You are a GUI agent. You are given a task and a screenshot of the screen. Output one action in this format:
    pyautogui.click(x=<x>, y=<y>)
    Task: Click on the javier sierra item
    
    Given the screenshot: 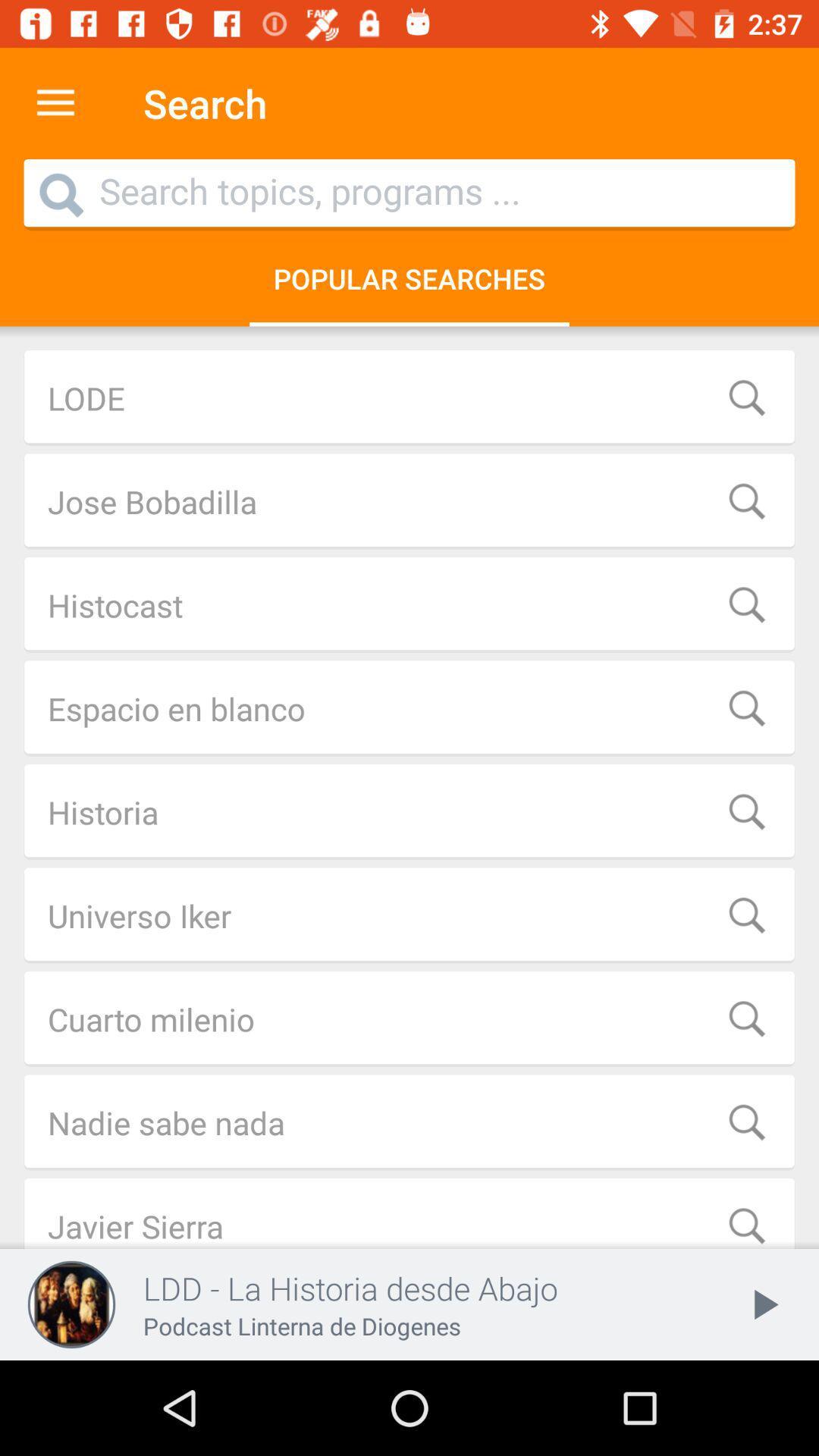 What is the action you would take?
    pyautogui.click(x=409, y=1213)
    